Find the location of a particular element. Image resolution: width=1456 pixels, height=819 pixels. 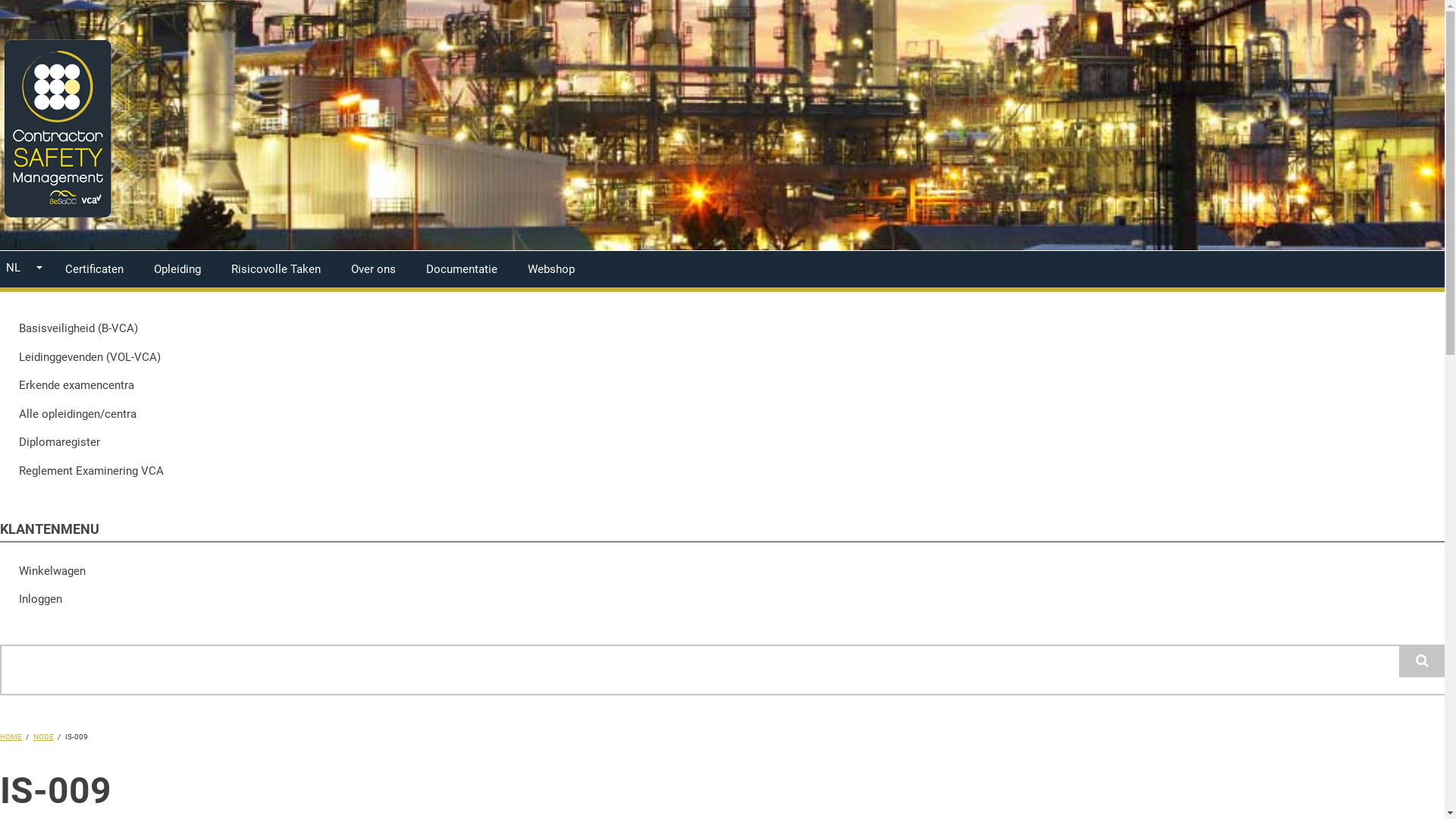

'Search' is located at coordinates (1421, 660).